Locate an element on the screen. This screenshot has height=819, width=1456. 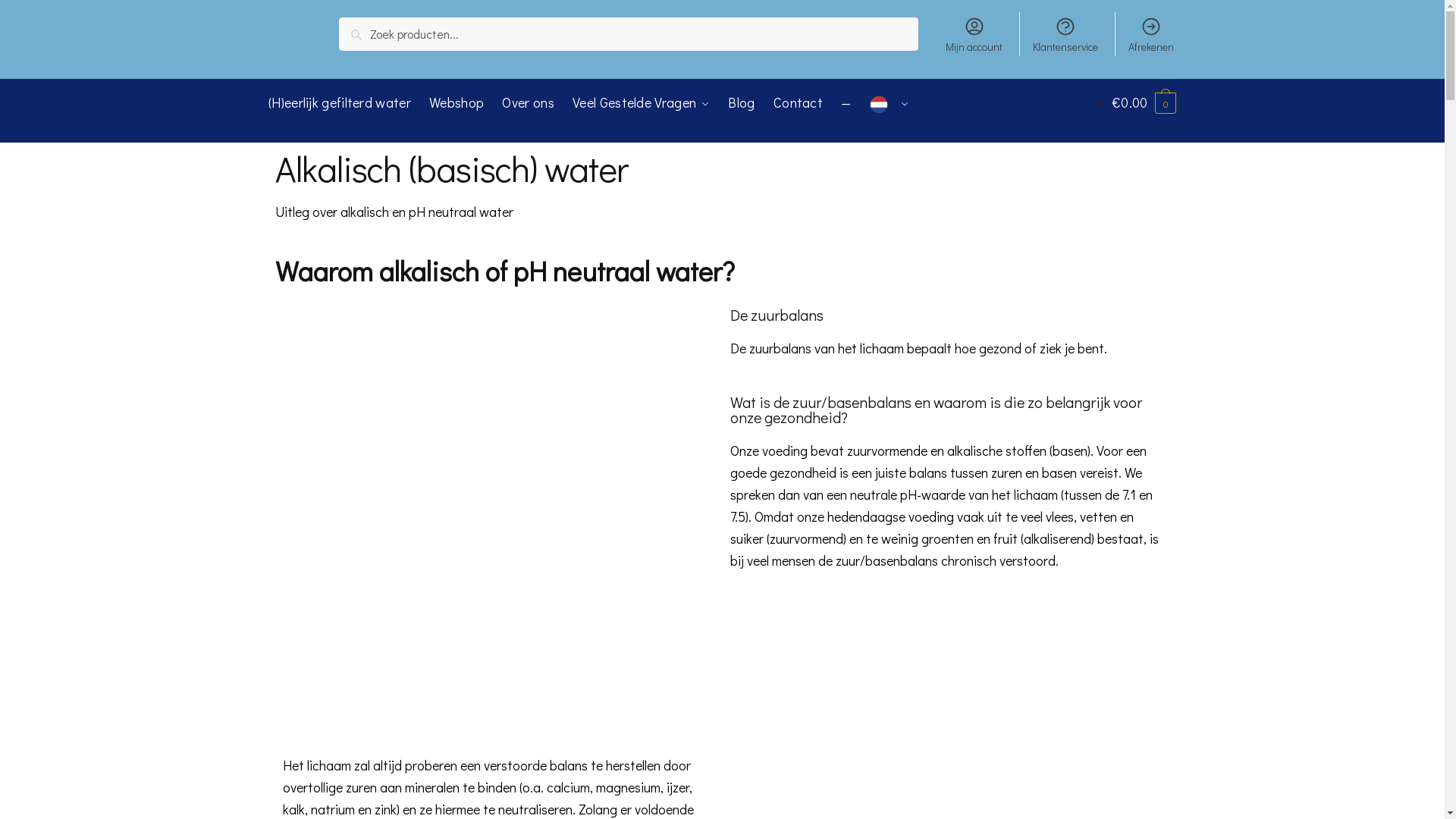
'(H)eerlijk gefilterd water' is located at coordinates (342, 102).